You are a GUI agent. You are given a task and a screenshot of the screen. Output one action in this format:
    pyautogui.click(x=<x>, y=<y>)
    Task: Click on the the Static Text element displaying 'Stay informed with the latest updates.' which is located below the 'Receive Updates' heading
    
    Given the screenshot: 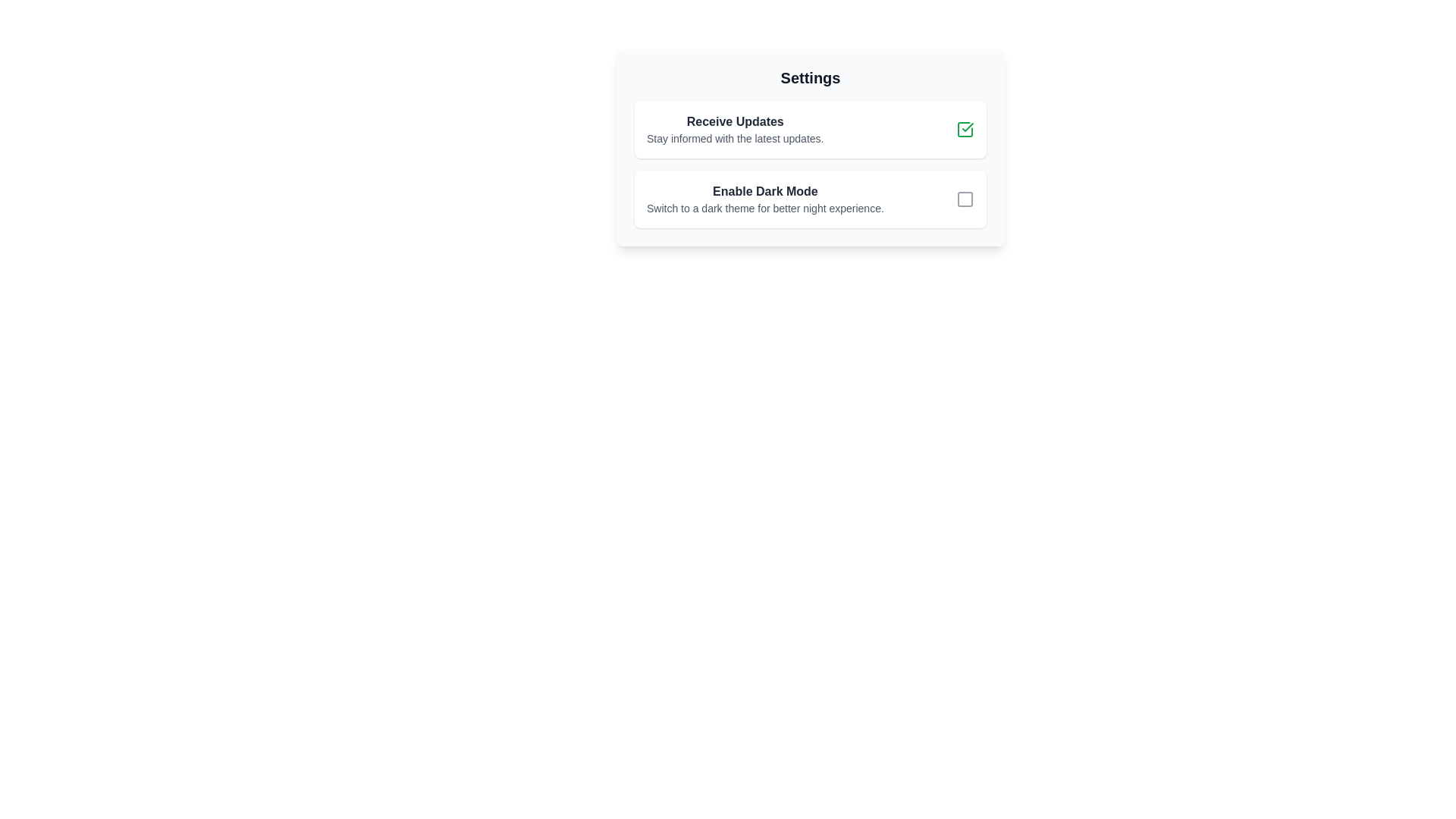 What is the action you would take?
    pyautogui.click(x=735, y=138)
    